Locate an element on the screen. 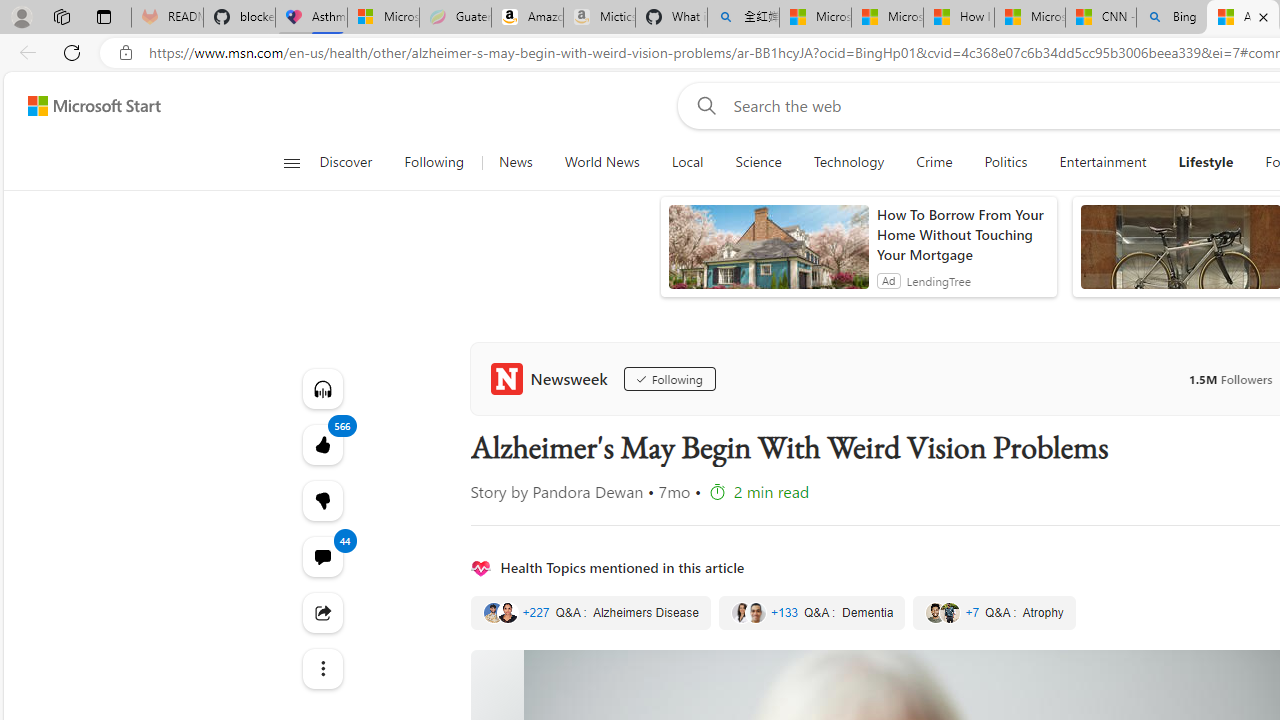 The width and height of the screenshot is (1280, 720). 'Class: at-item' is located at coordinates (322, 668).